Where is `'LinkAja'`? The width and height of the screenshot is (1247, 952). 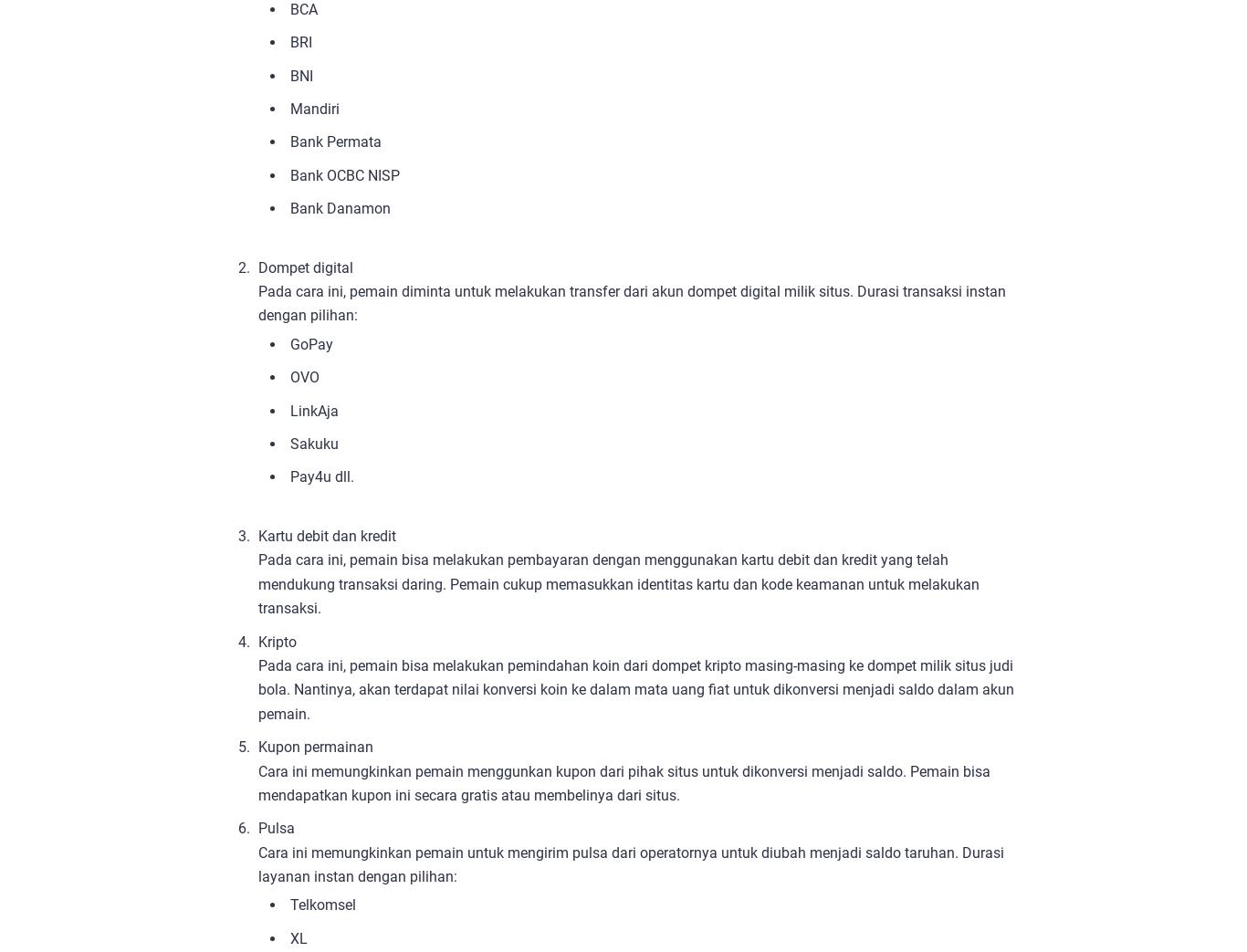 'LinkAja' is located at coordinates (313, 409).